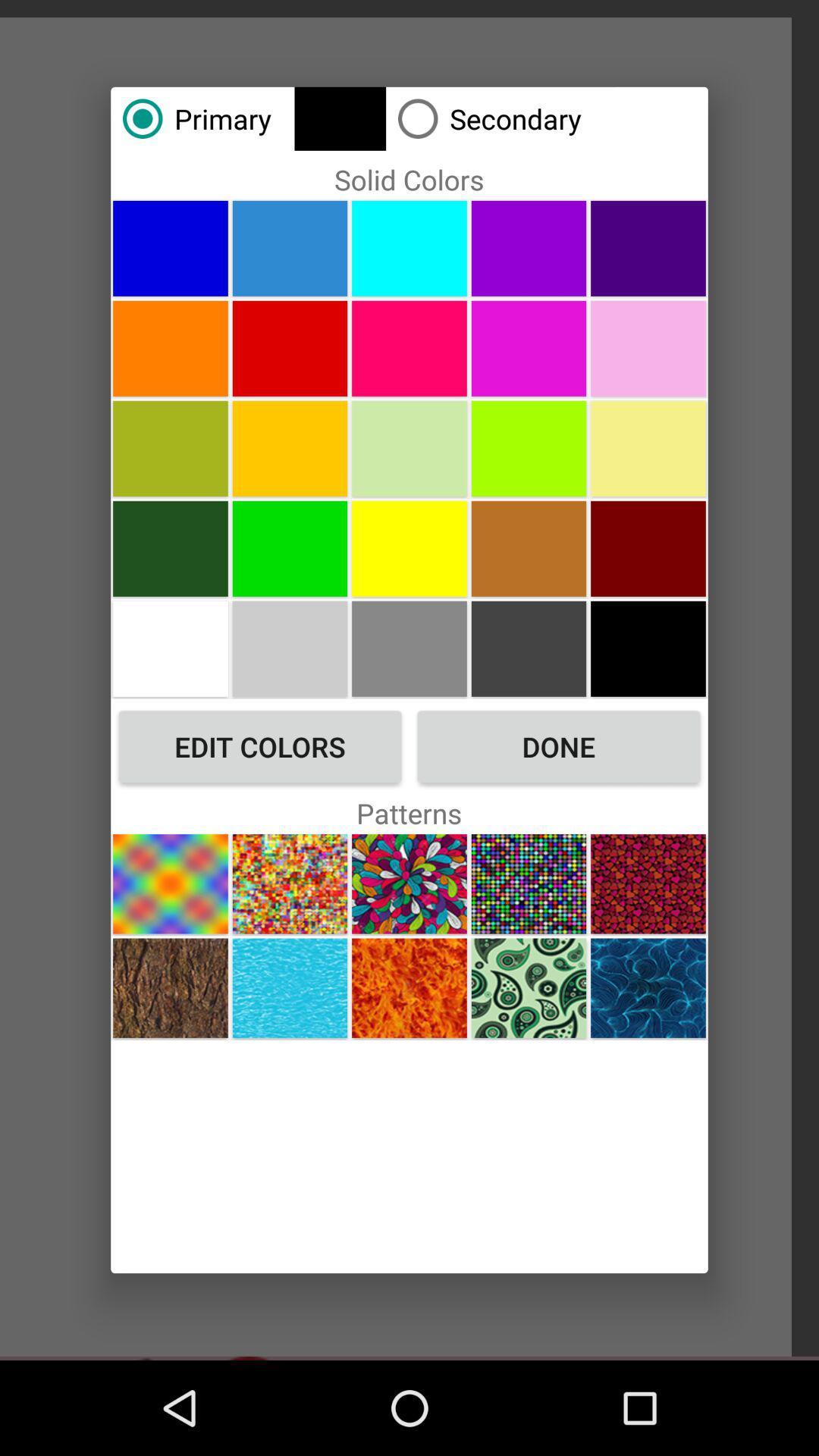 Image resolution: width=819 pixels, height=1456 pixels. What do you see at coordinates (648, 248) in the screenshot?
I see `color purple` at bounding box center [648, 248].